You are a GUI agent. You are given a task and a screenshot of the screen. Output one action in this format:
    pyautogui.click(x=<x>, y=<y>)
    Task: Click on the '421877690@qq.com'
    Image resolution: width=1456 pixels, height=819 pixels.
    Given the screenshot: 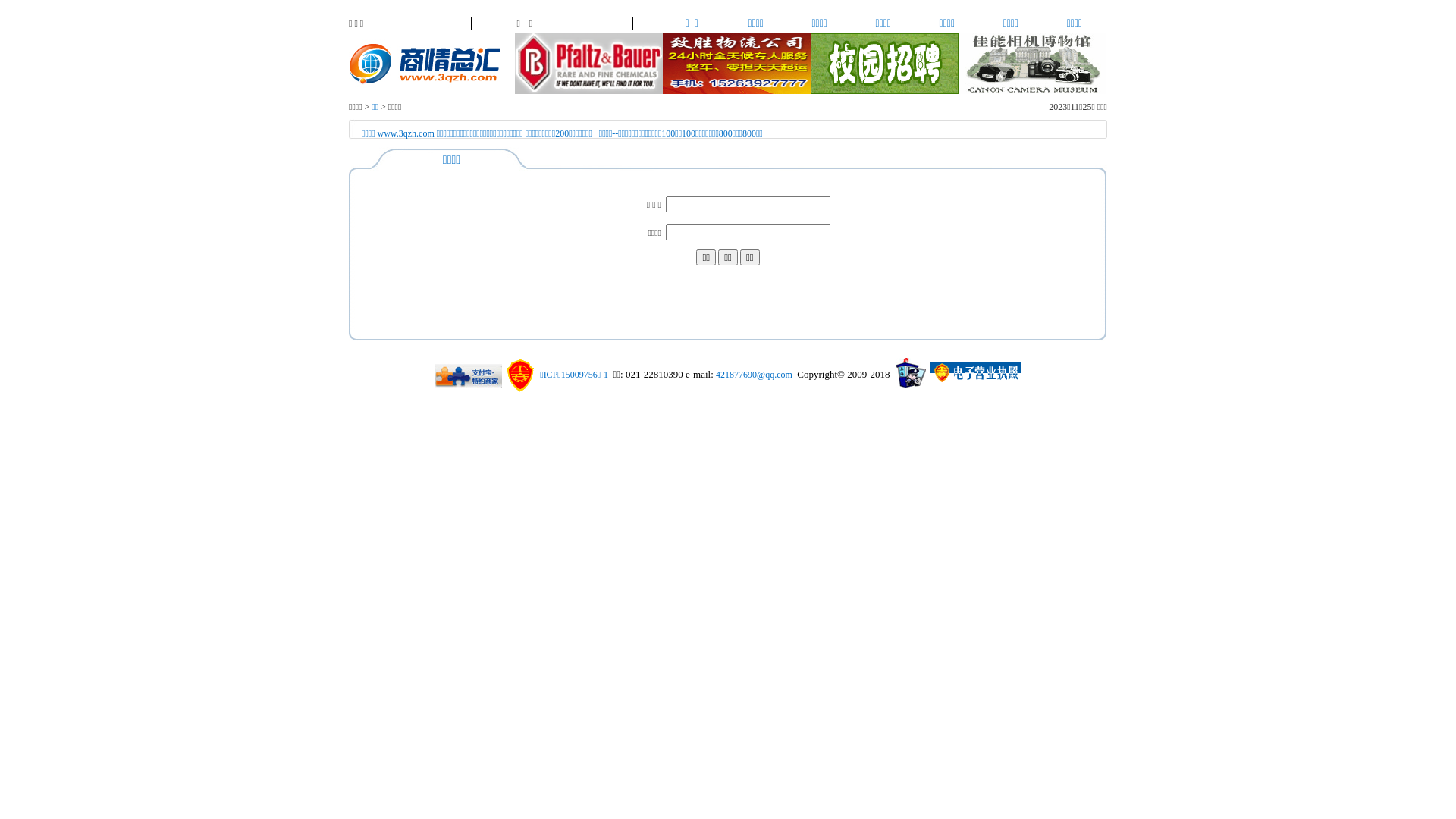 What is the action you would take?
    pyautogui.click(x=754, y=374)
    